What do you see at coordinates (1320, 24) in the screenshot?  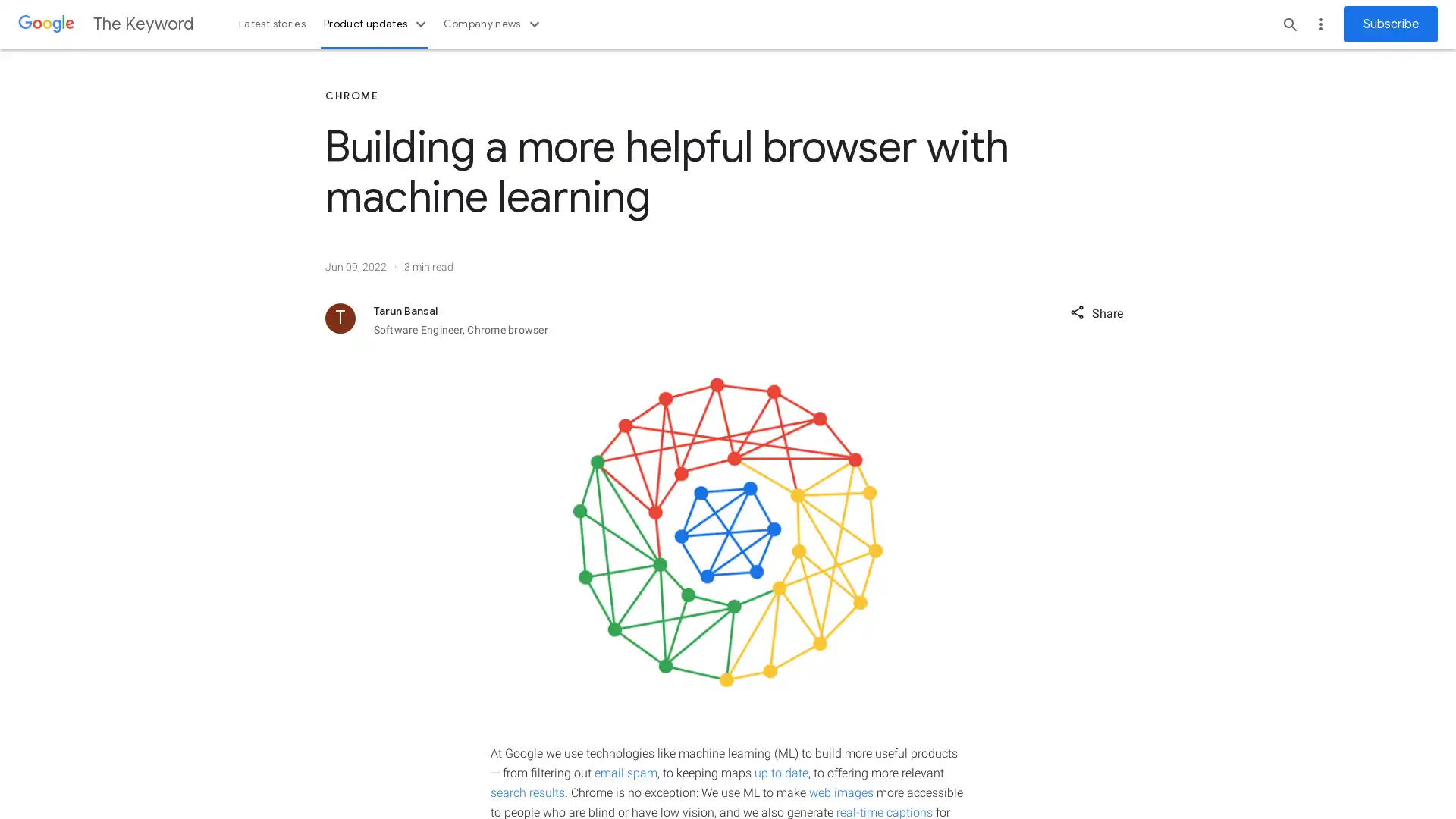 I see `Secondary menu` at bounding box center [1320, 24].